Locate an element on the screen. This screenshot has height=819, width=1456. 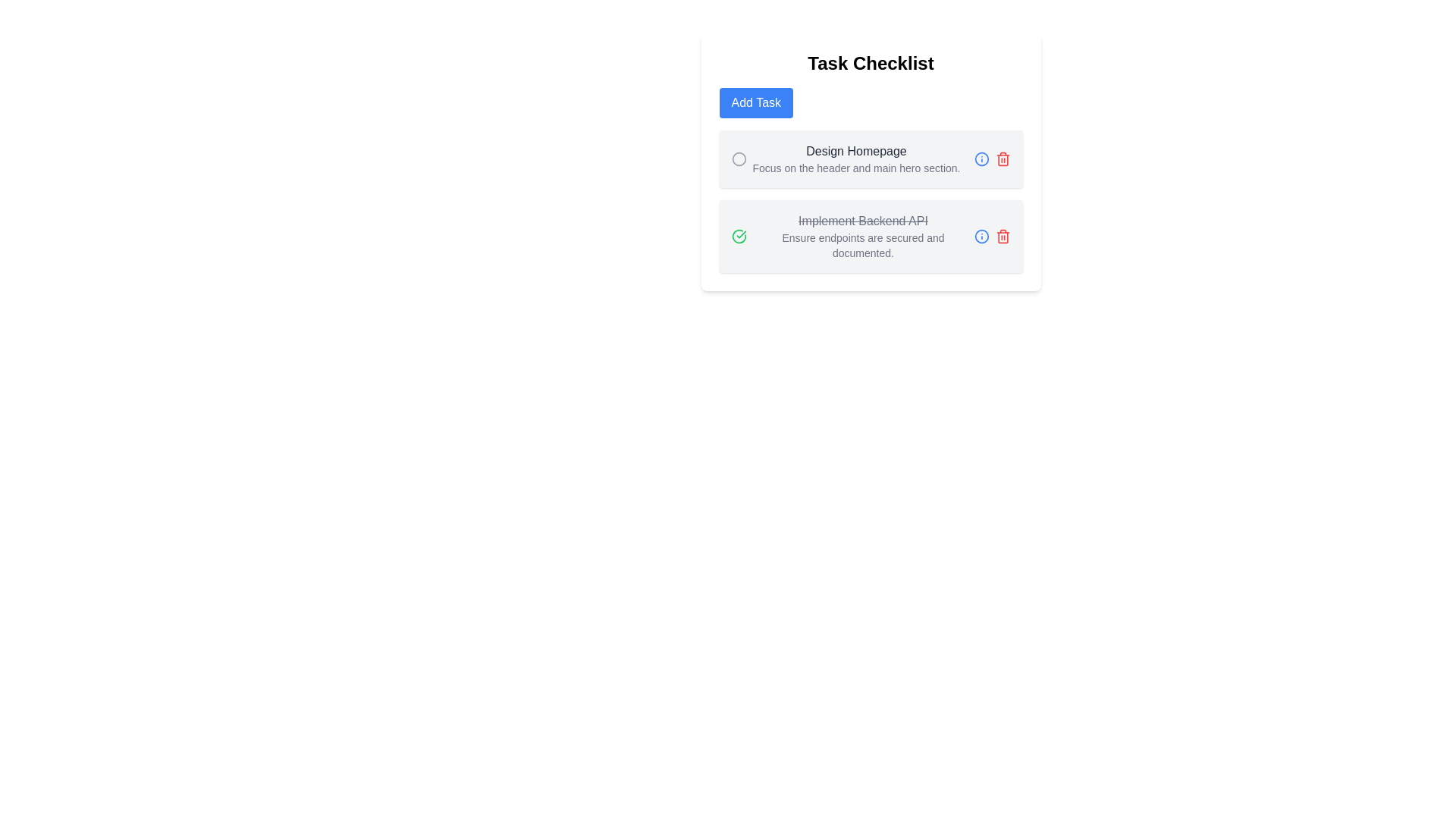
the static text providing context for the task 'Implement Backend API' located below the corresponding task title in the 'Task Checklist' section is located at coordinates (863, 245).